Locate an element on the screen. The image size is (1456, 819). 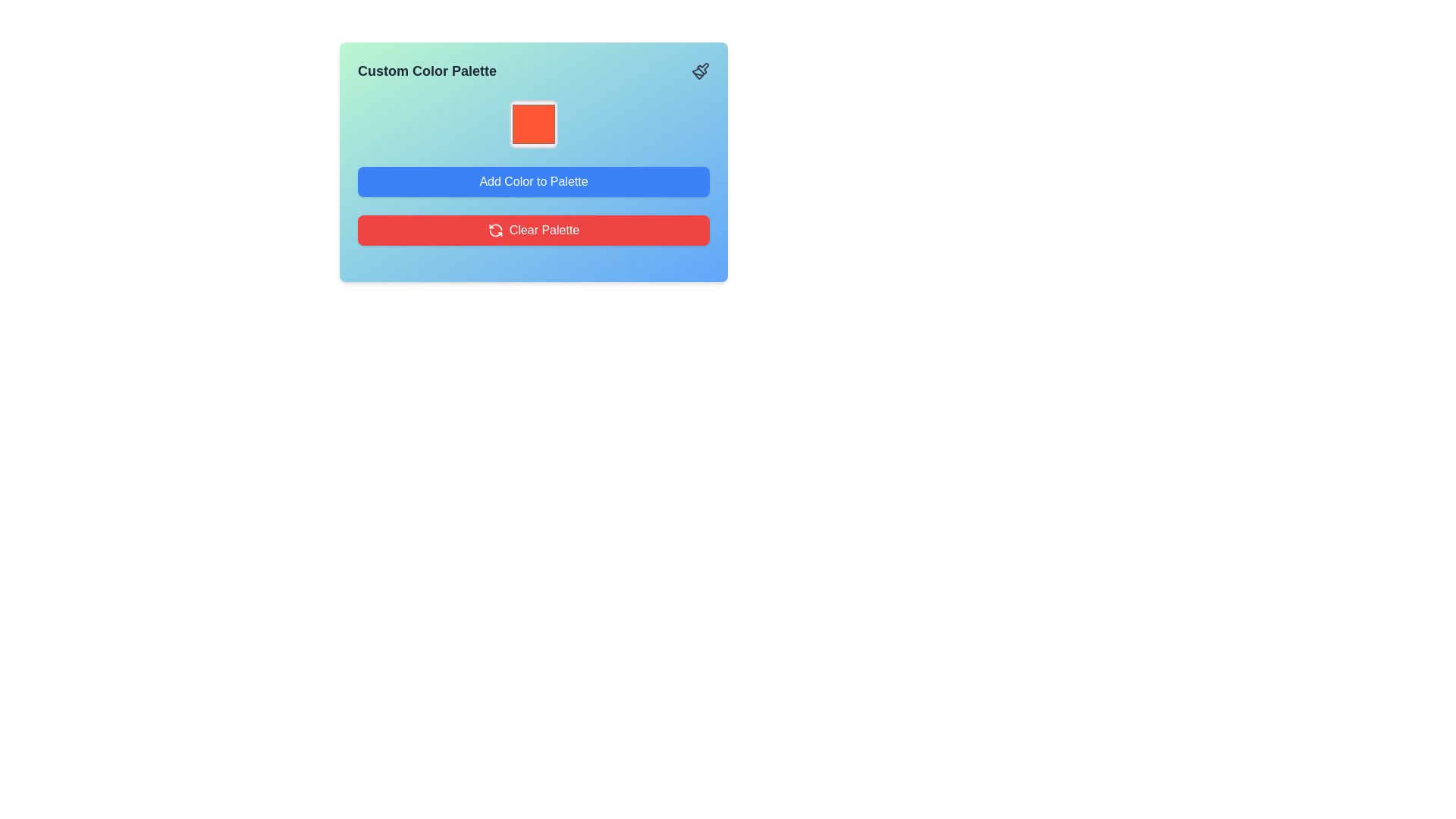
the circular arrow icon representing a refresh action within the 'Clear Palette' button is located at coordinates (495, 231).